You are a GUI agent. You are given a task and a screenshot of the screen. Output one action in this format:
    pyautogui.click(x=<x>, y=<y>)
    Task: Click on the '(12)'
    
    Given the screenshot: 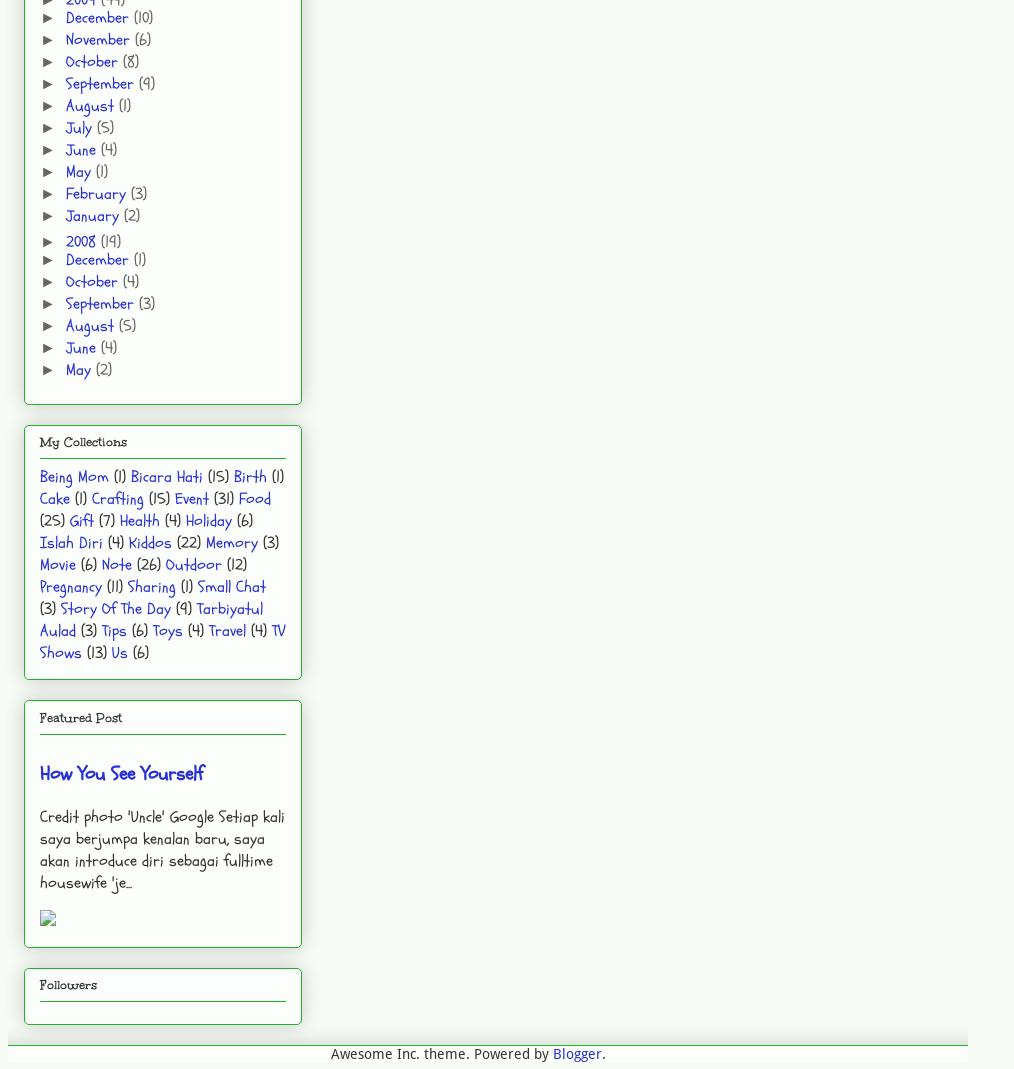 What is the action you would take?
    pyautogui.click(x=235, y=564)
    